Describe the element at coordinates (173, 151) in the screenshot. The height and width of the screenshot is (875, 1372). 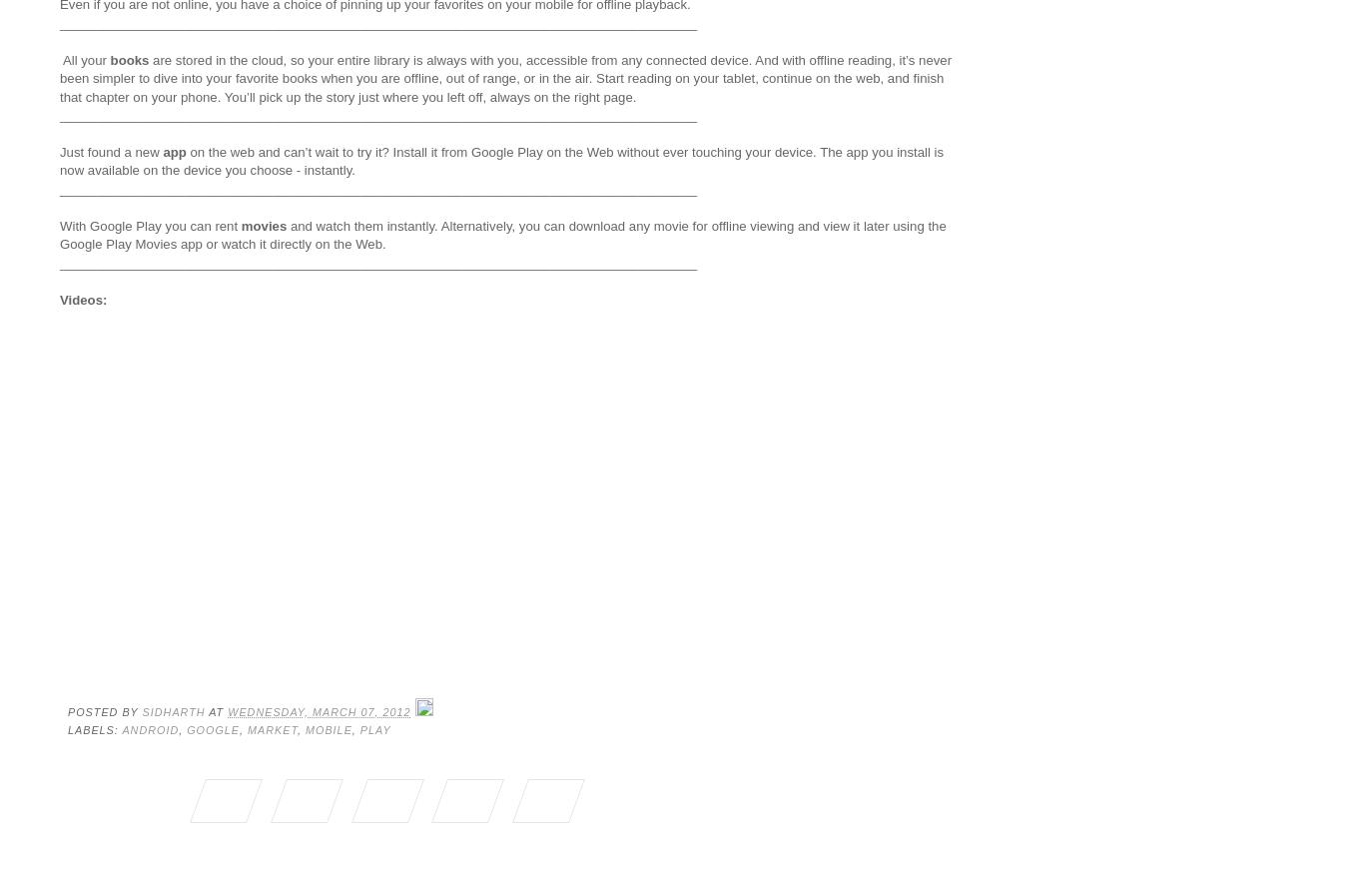
I see `'app'` at that location.